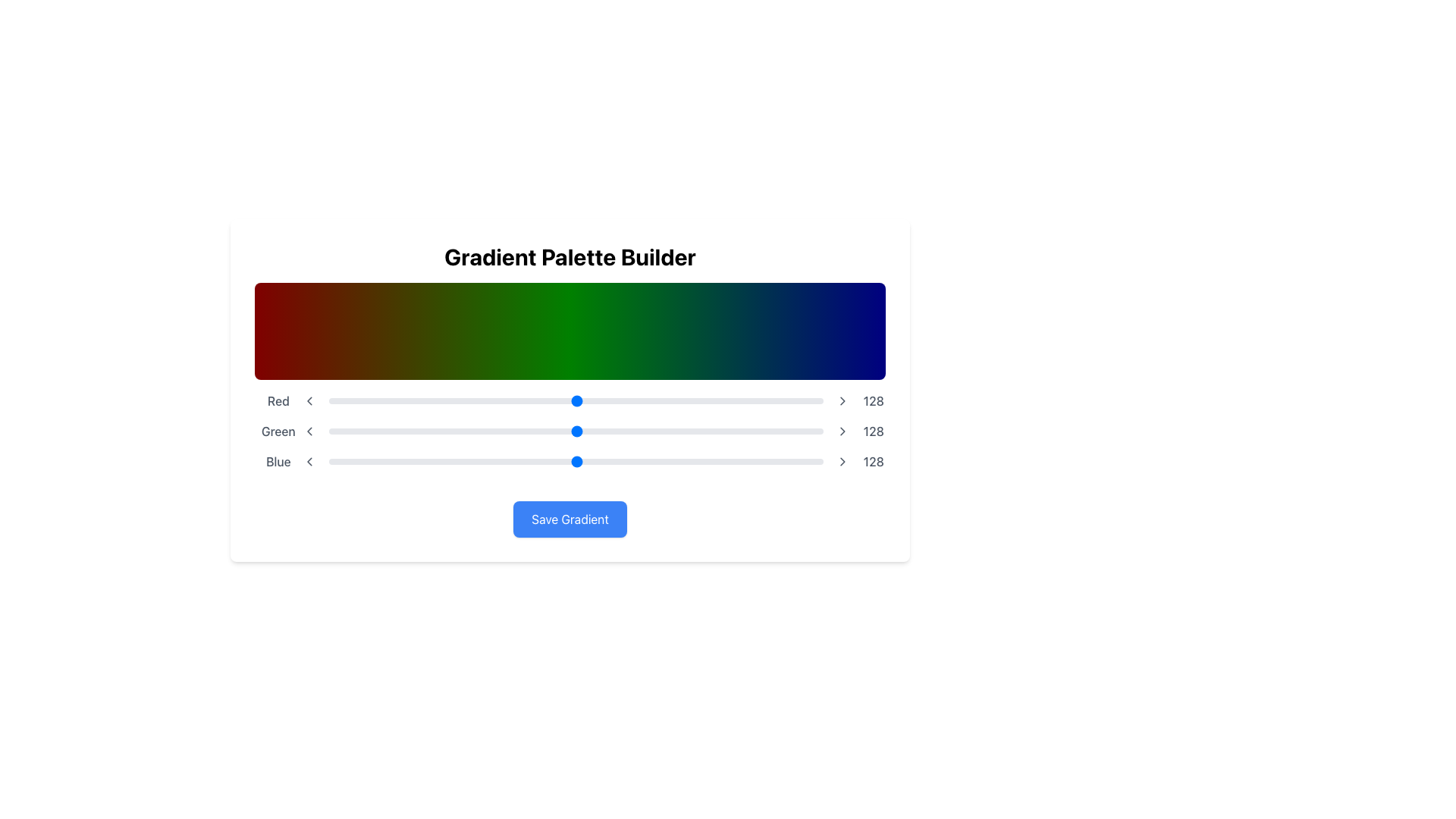 The image size is (1456, 819). Describe the element at coordinates (801, 458) in the screenshot. I see `the blue color intensity` at that location.